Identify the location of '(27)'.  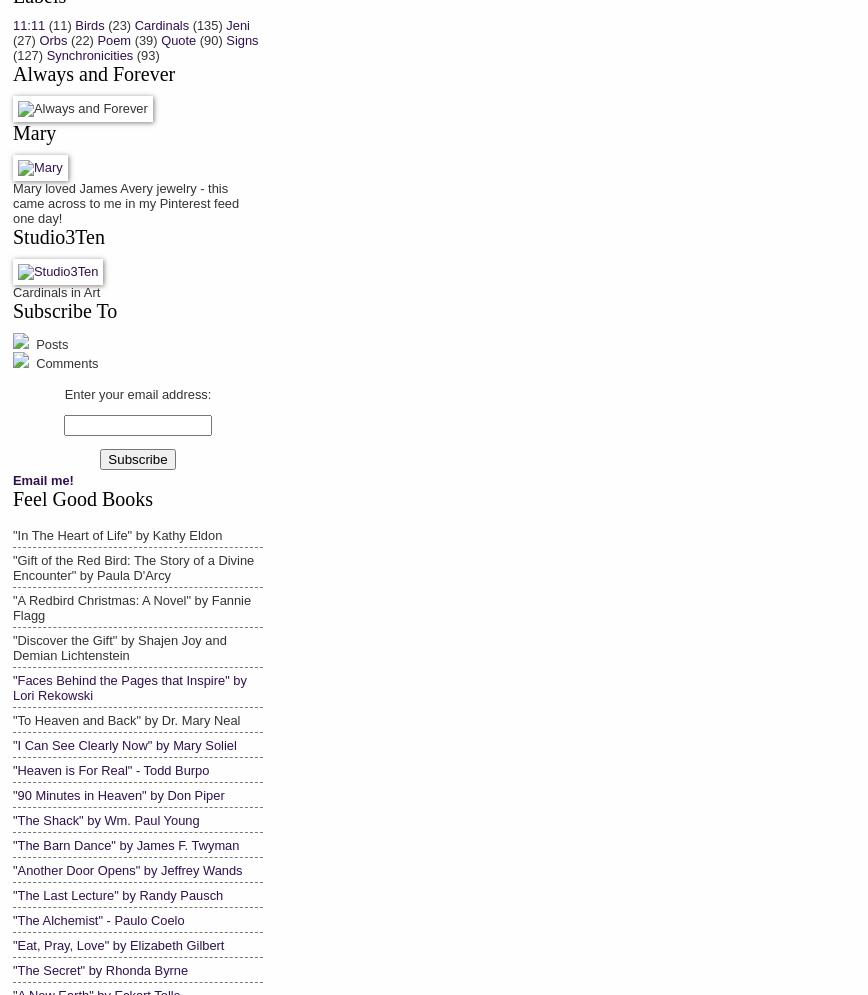
(23, 38).